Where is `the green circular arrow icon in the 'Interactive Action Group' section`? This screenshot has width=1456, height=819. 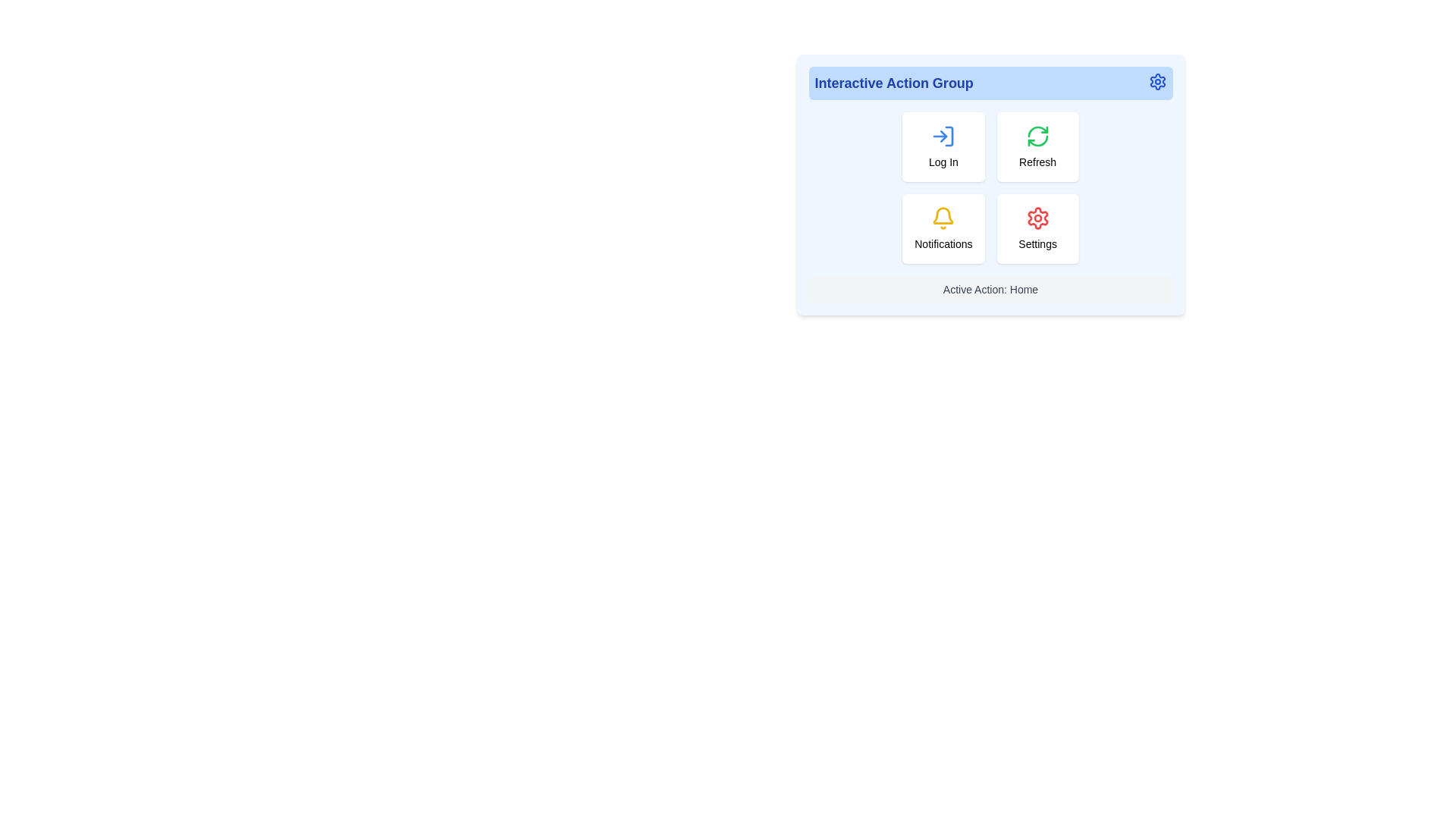 the green circular arrow icon in the 'Interactive Action Group' section is located at coordinates (1037, 136).